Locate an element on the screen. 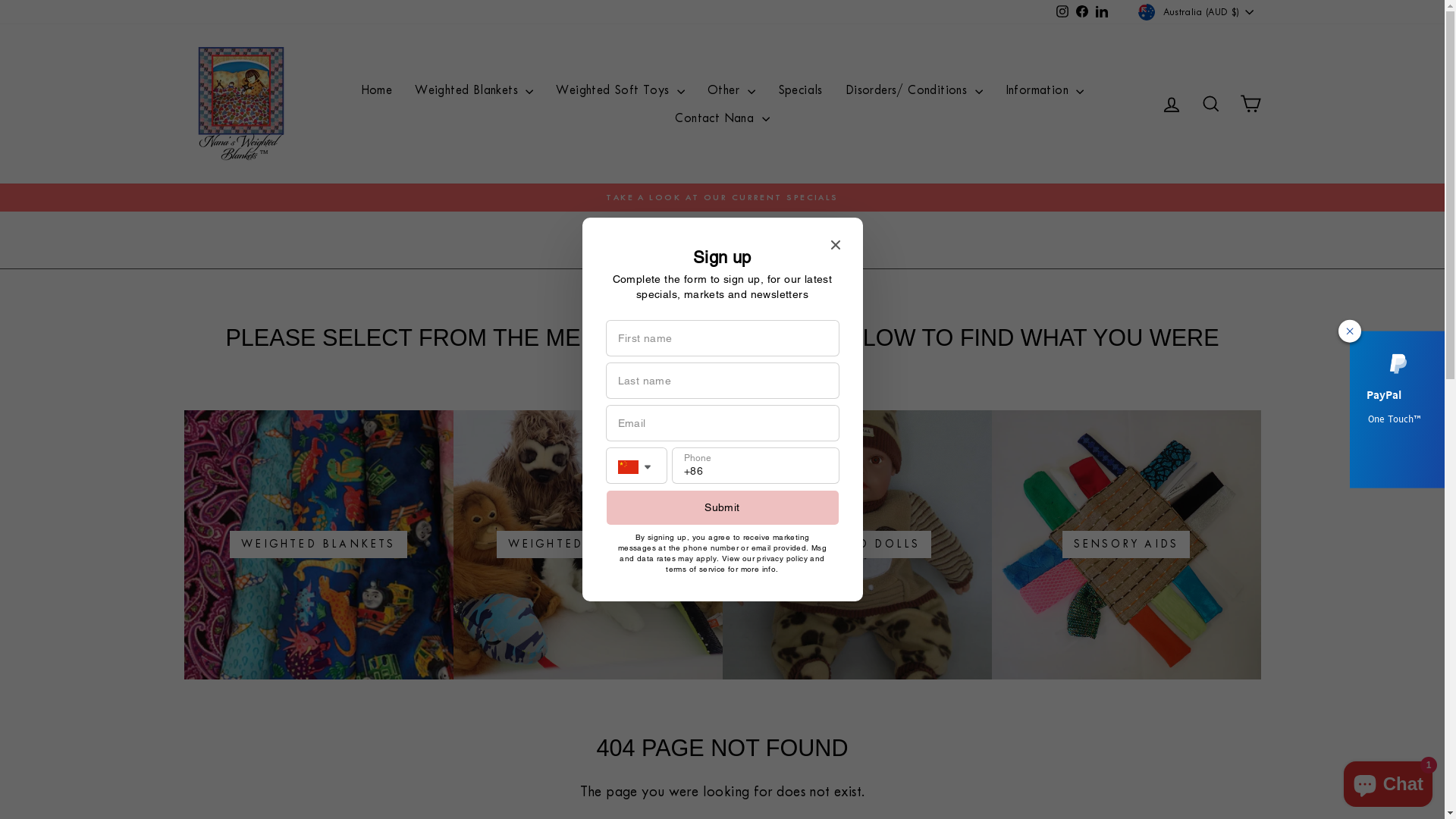  'WEIGHTED BLANKETS' is located at coordinates (317, 544).